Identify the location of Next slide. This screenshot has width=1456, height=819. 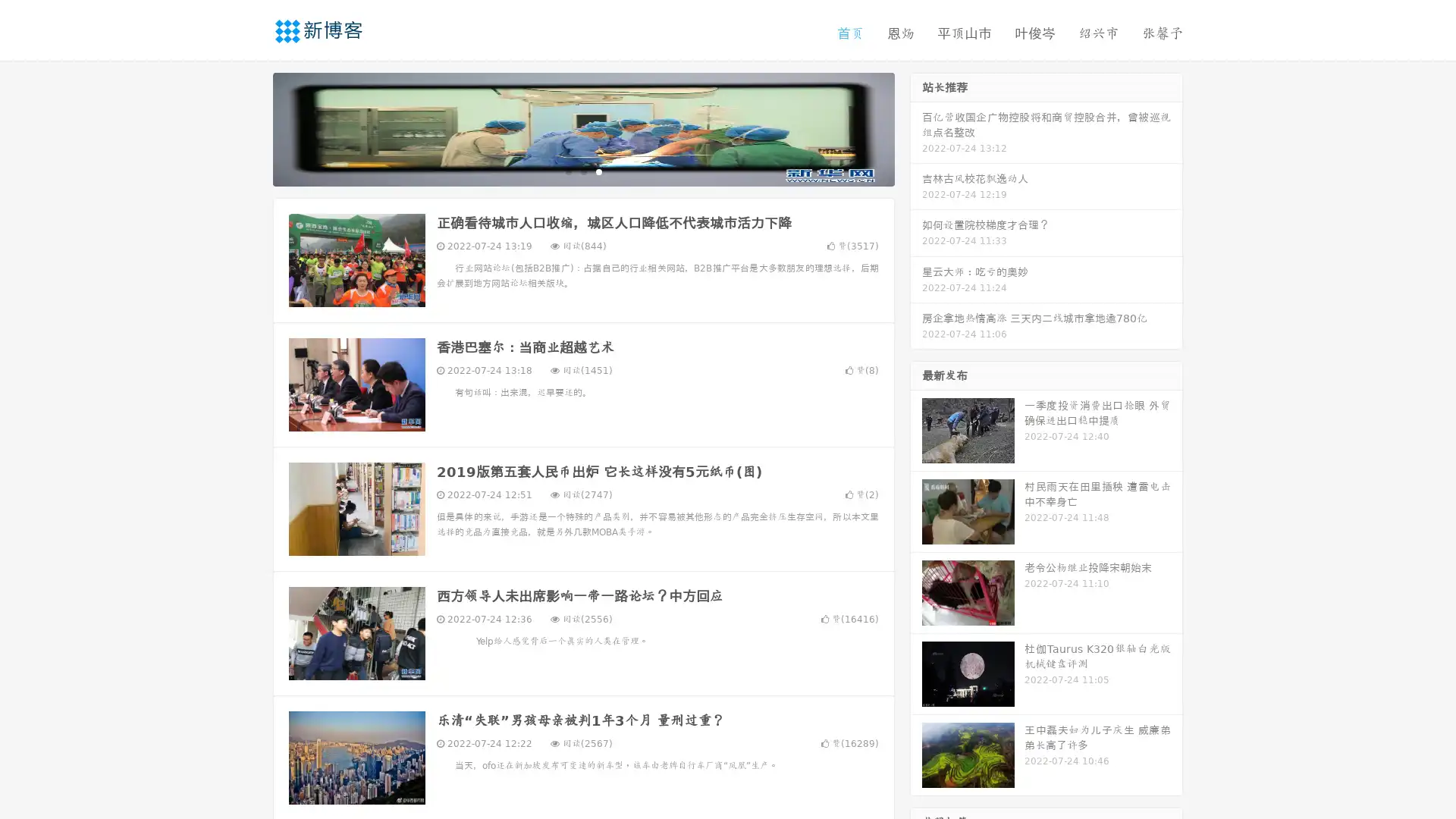
(916, 127).